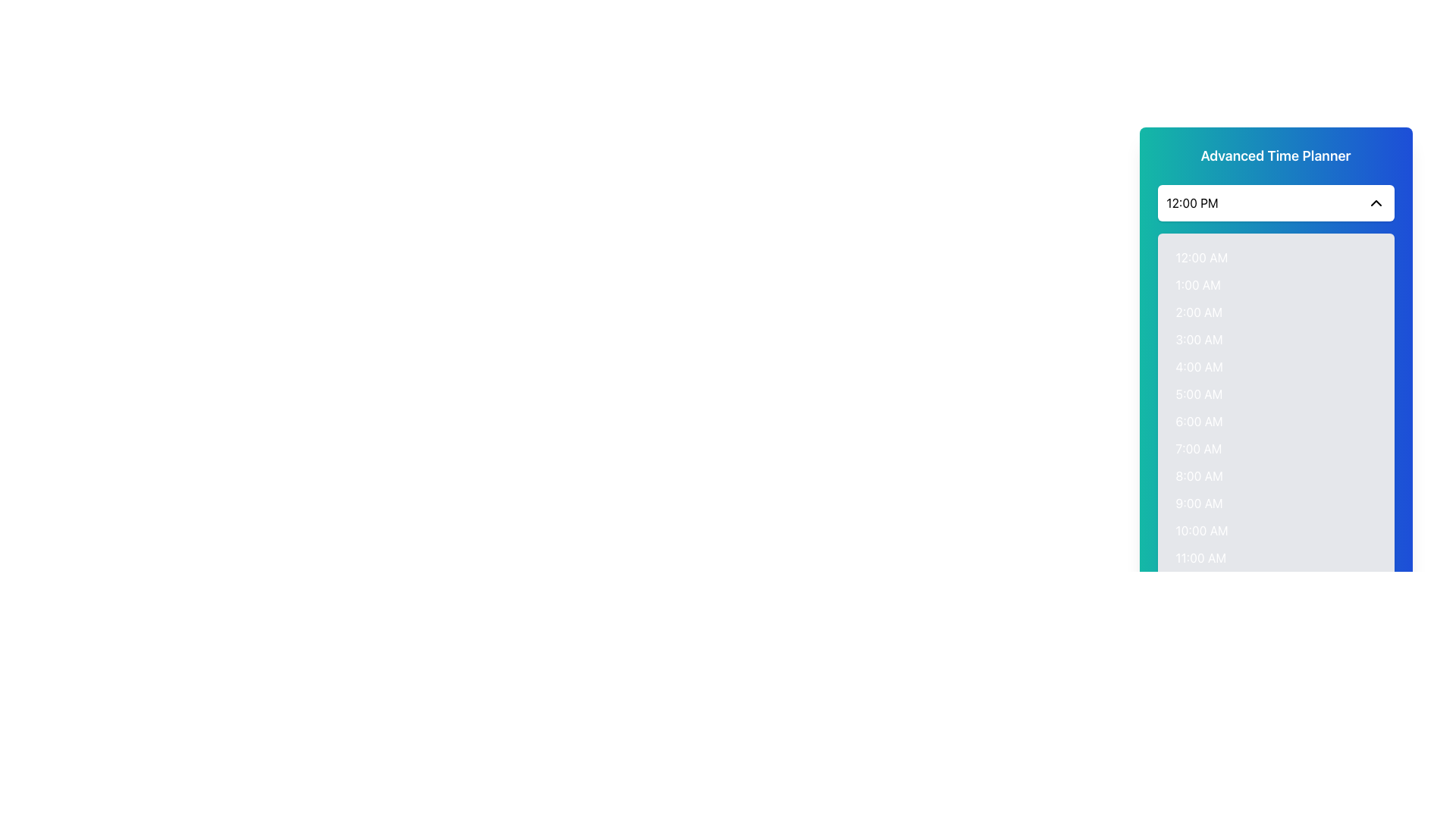  What do you see at coordinates (1275, 529) in the screenshot?
I see `the selectable list item displaying '10:00 AM' in the dropdown menu` at bounding box center [1275, 529].